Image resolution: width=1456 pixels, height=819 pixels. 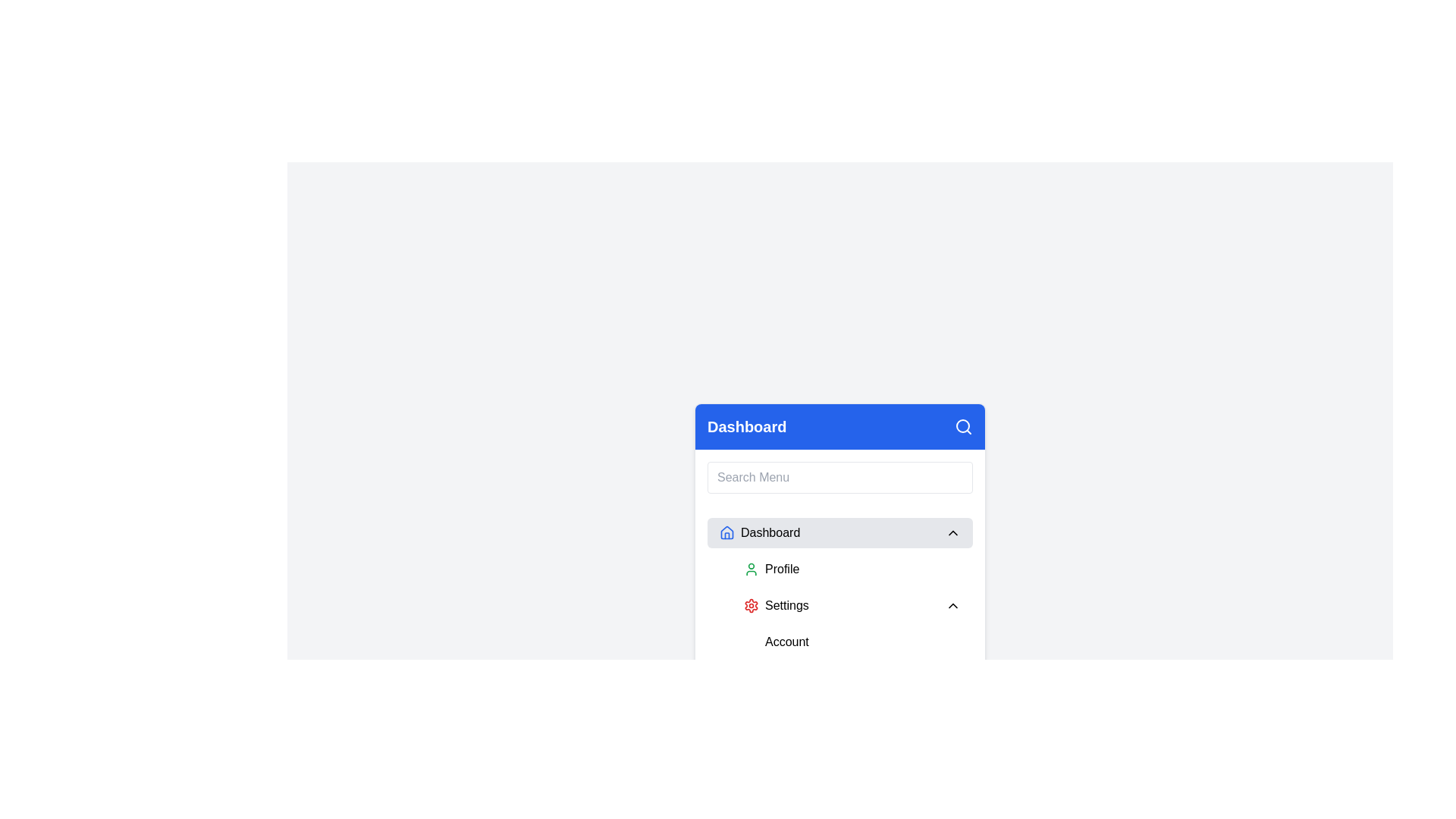 What do you see at coordinates (751, 604) in the screenshot?
I see `the 'Settings' icon located in the sidebar navigation menu` at bounding box center [751, 604].